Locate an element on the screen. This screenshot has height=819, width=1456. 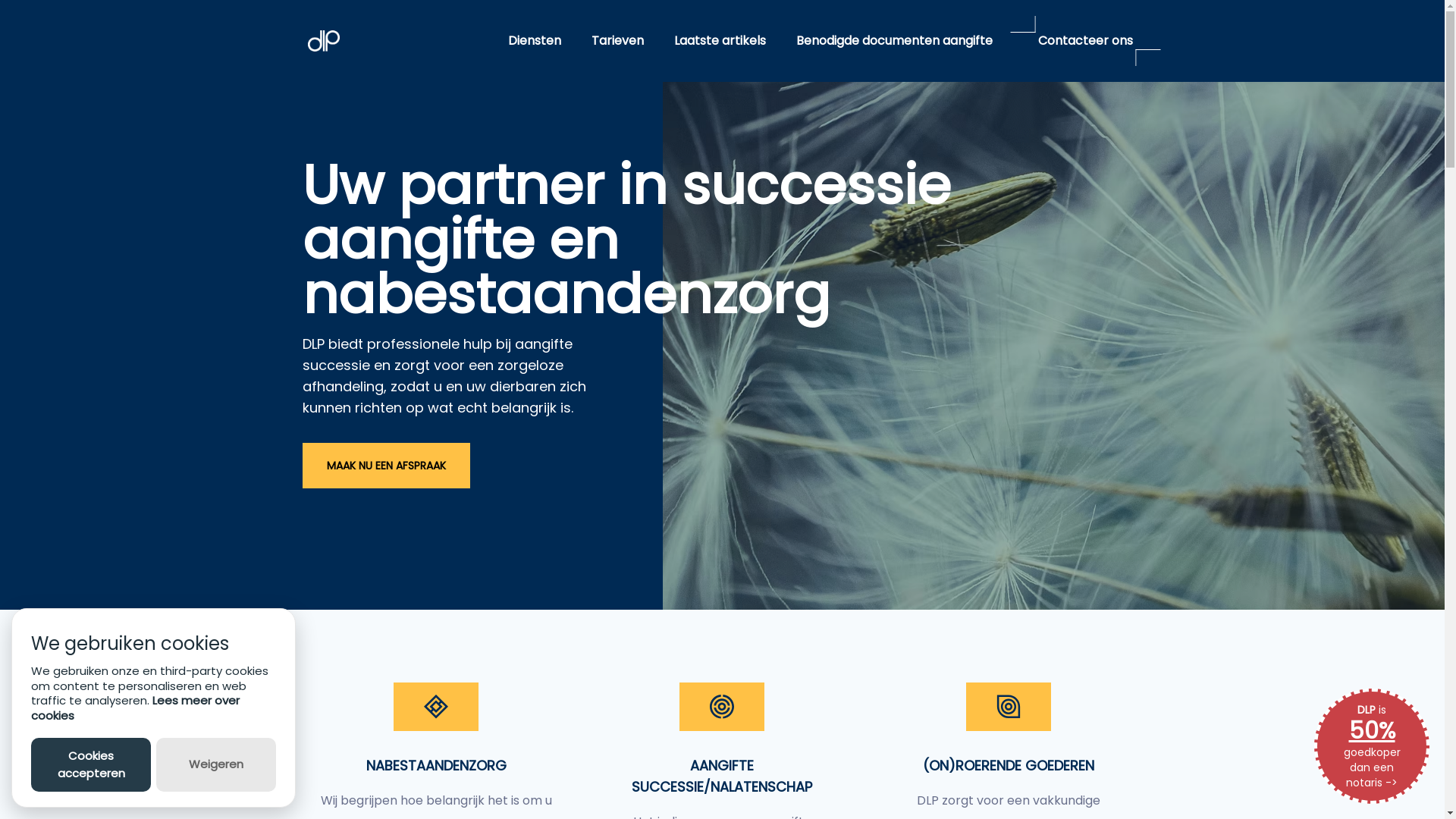
'Contacteer ons' is located at coordinates (1022, 40).